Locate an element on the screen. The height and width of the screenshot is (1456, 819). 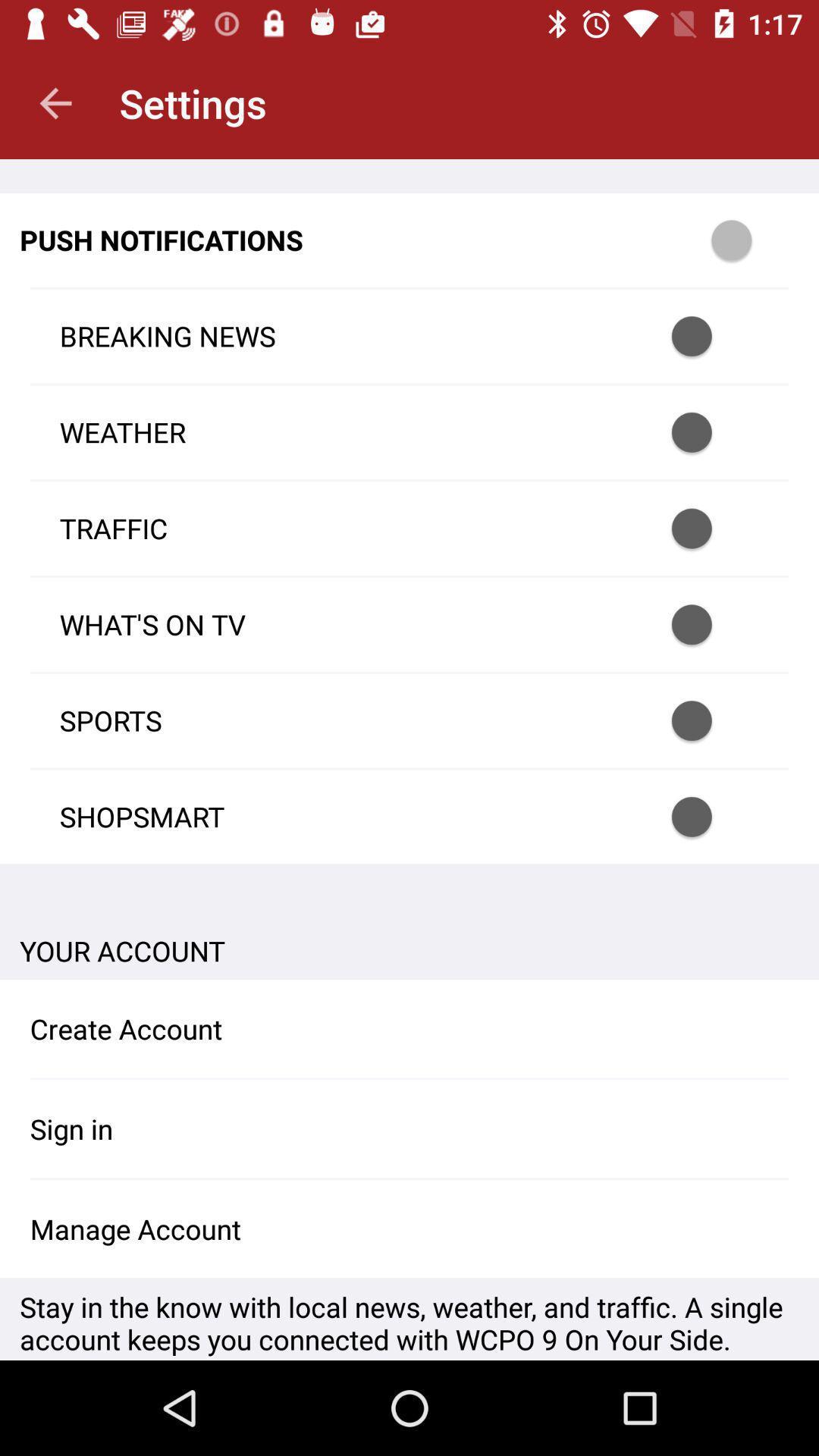
push notification is located at coordinates (752, 239).